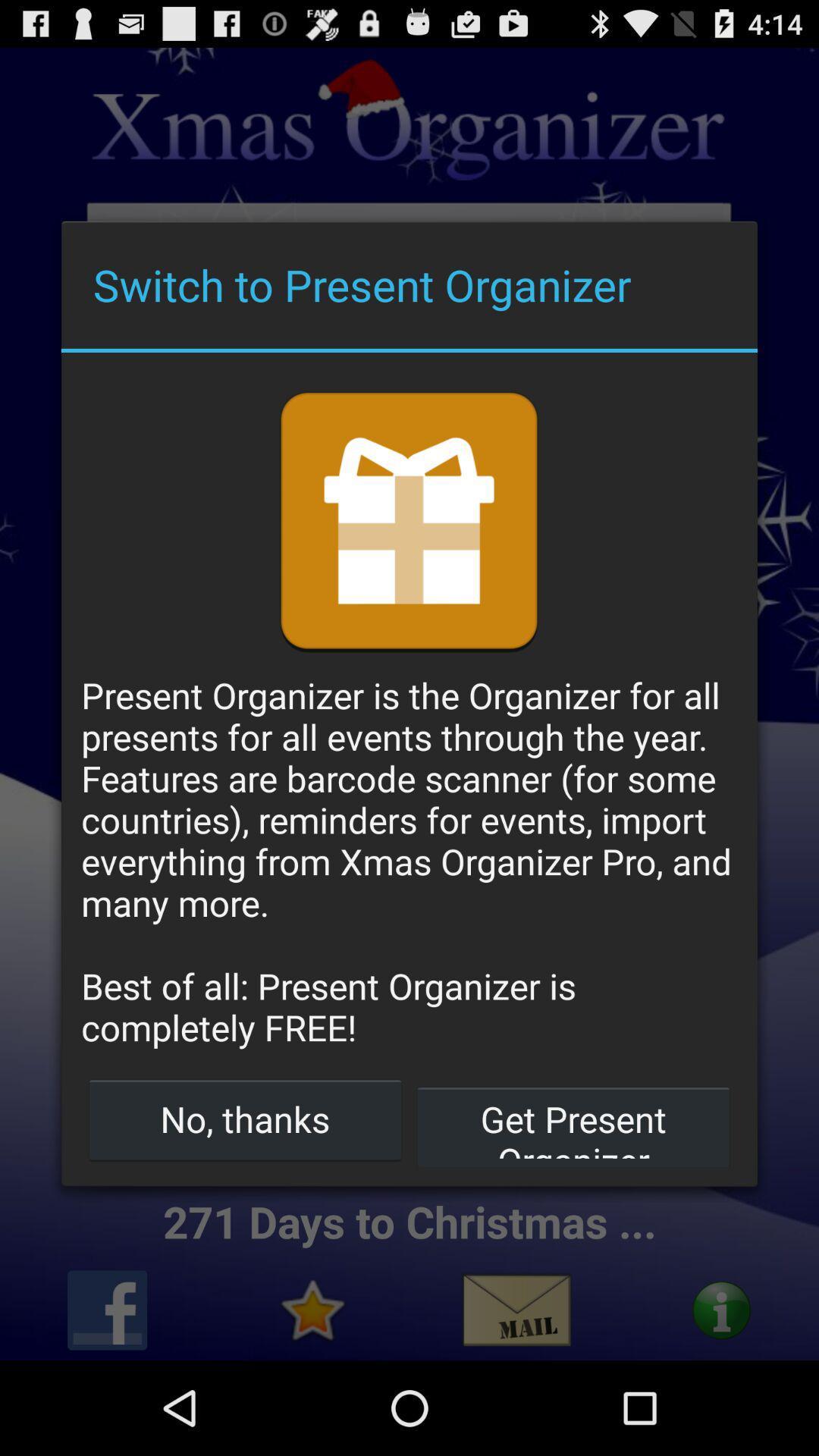 The image size is (819, 1456). I want to click on the item below present organizer is item, so click(244, 1119).